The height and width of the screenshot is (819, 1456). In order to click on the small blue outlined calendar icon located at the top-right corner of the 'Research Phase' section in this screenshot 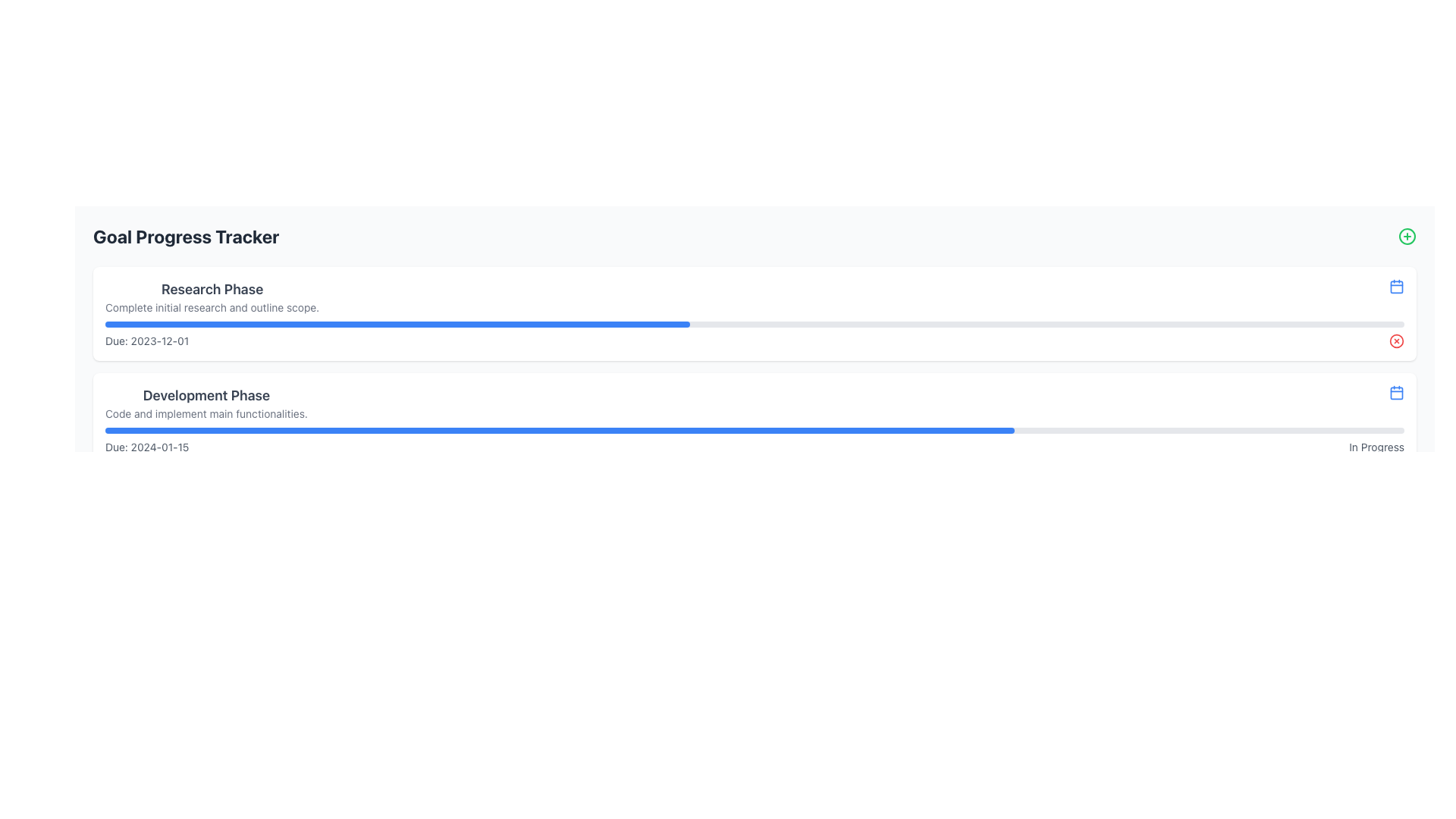, I will do `click(1396, 287)`.